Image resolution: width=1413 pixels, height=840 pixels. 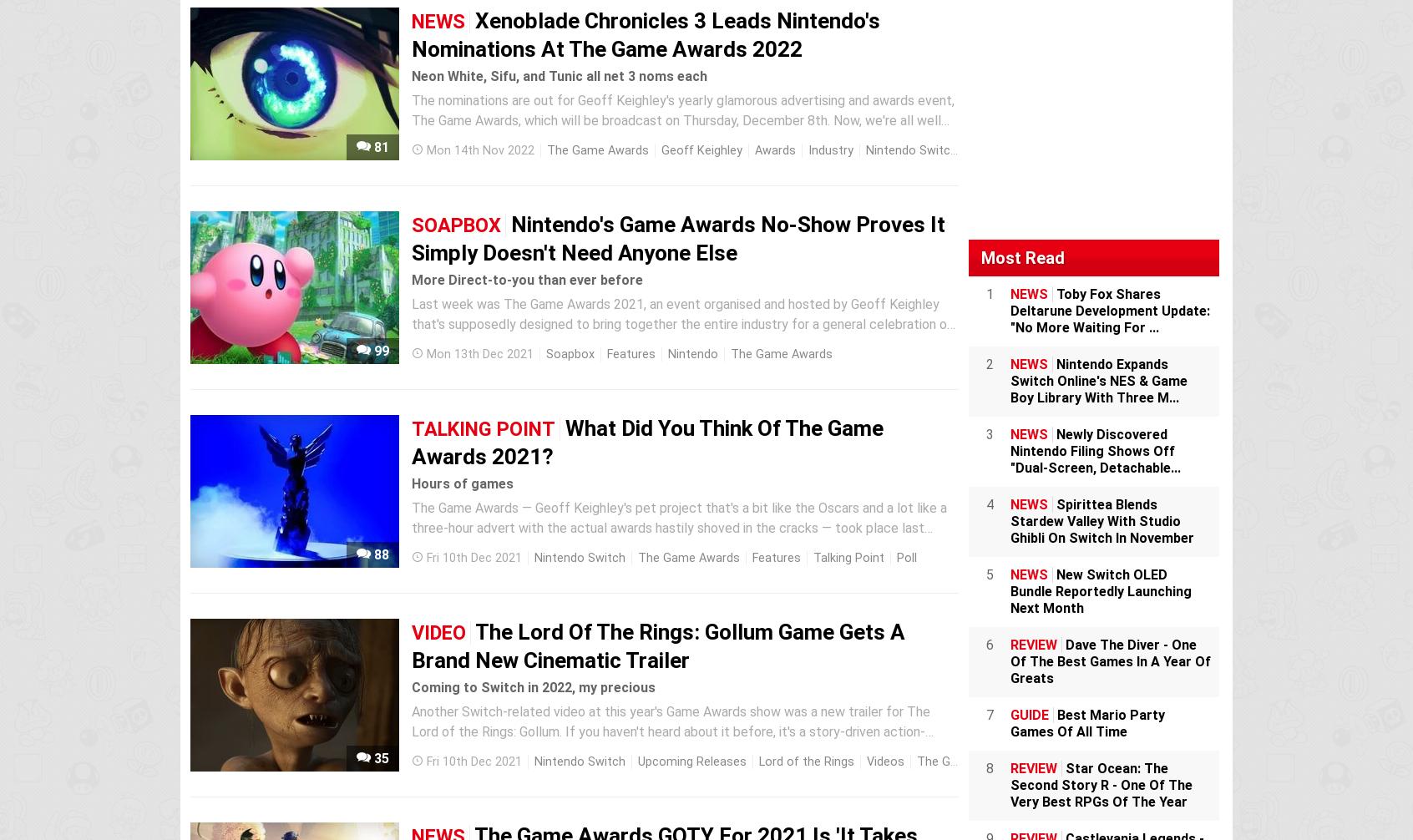 What do you see at coordinates (658, 645) in the screenshot?
I see `'The Lord Of The Rings: Gollum Game Gets A Brand New Cinematic Trailer'` at bounding box center [658, 645].